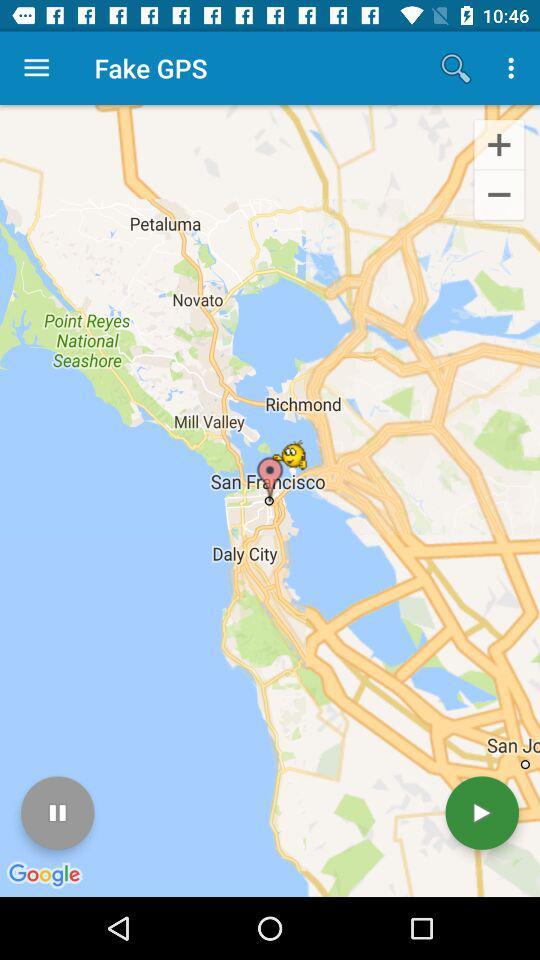 This screenshot has width=540, height=960. What do you see at coordinates (455, 68) in the screenshot?
I see `app next to the fake gps icon` at bounding box center [455, 68].